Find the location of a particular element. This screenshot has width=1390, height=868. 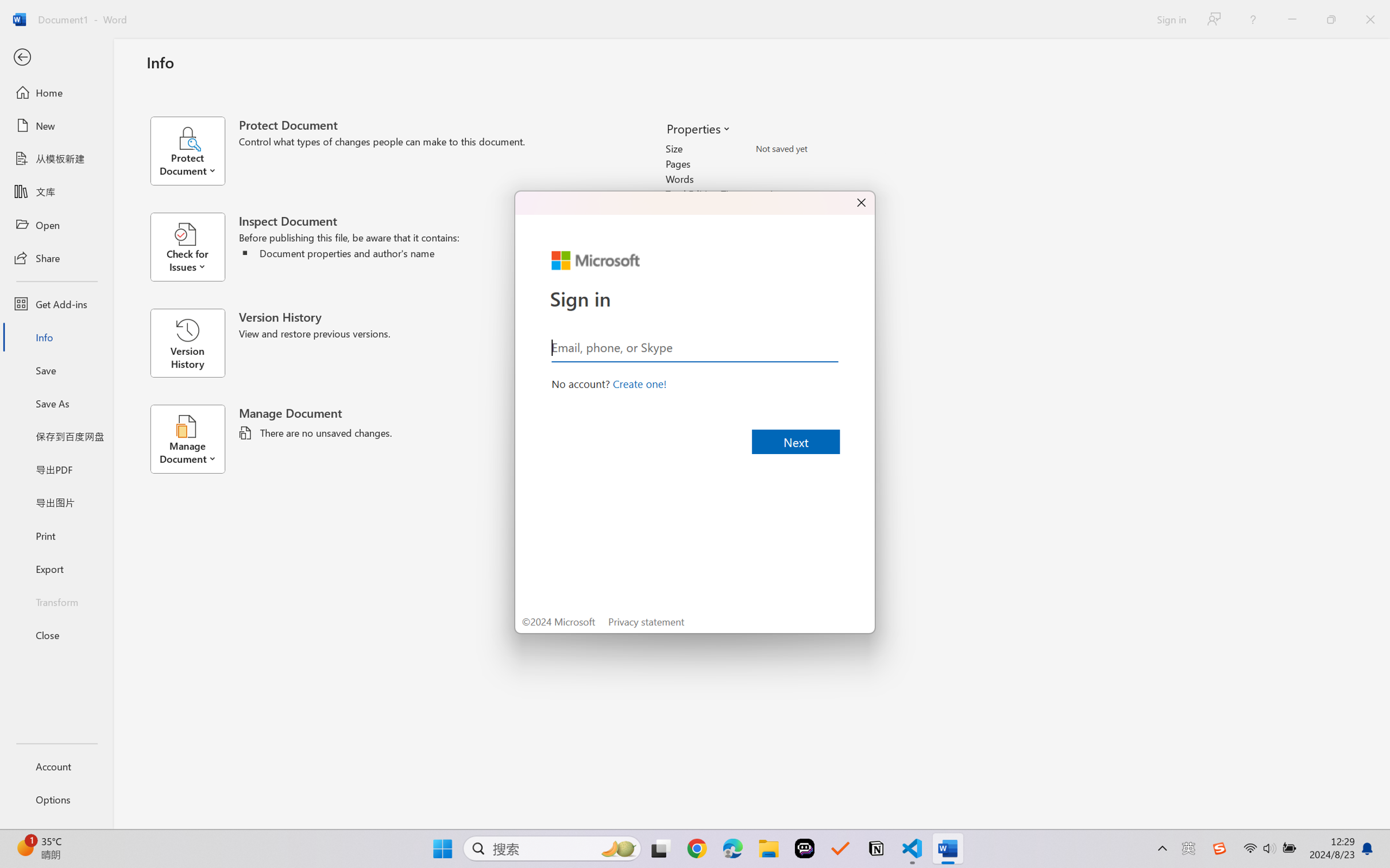

'Info' is located at coordinates (56, 336).